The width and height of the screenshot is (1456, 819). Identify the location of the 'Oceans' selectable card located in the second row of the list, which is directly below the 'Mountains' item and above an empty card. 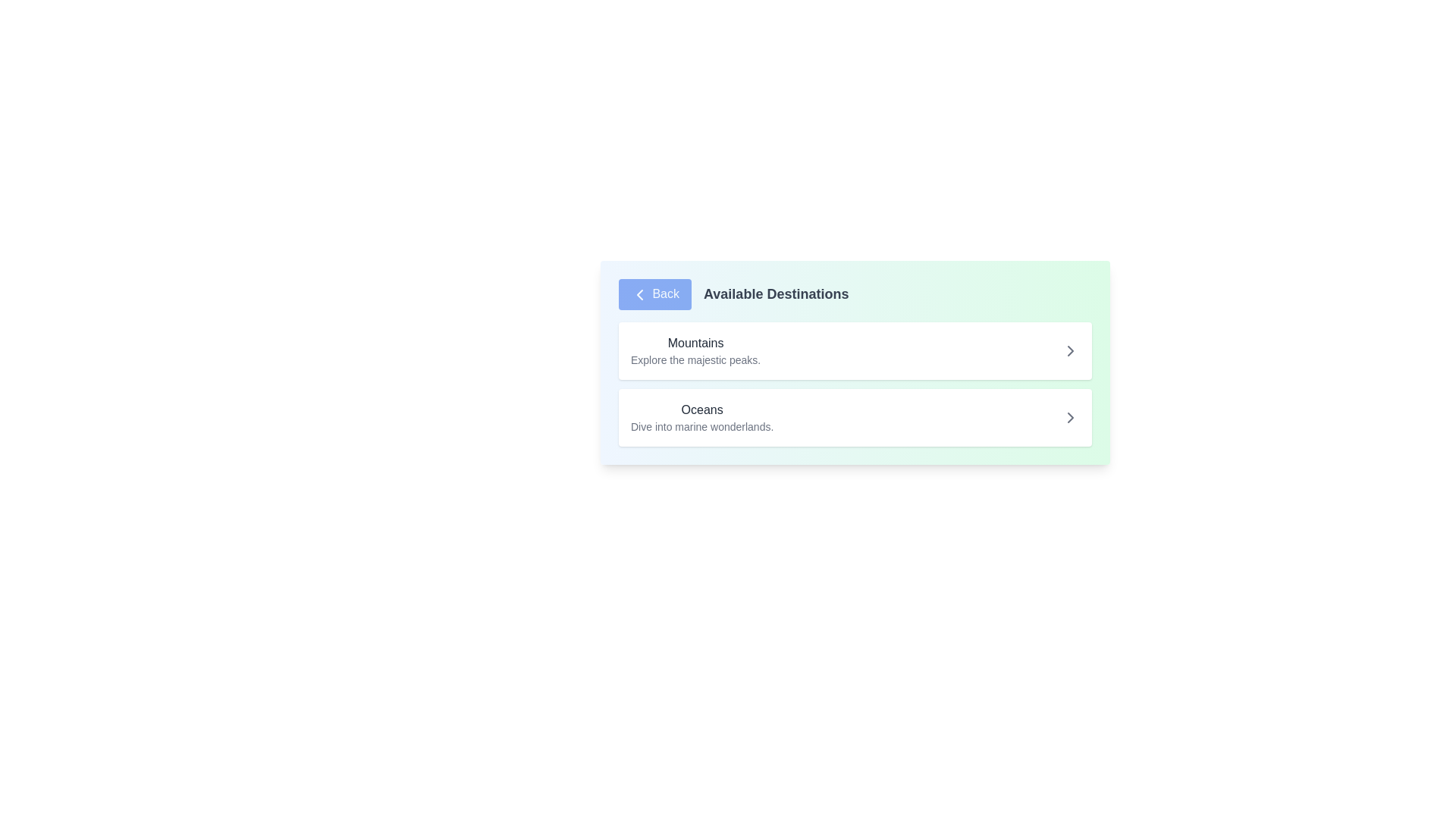
(701, 417).